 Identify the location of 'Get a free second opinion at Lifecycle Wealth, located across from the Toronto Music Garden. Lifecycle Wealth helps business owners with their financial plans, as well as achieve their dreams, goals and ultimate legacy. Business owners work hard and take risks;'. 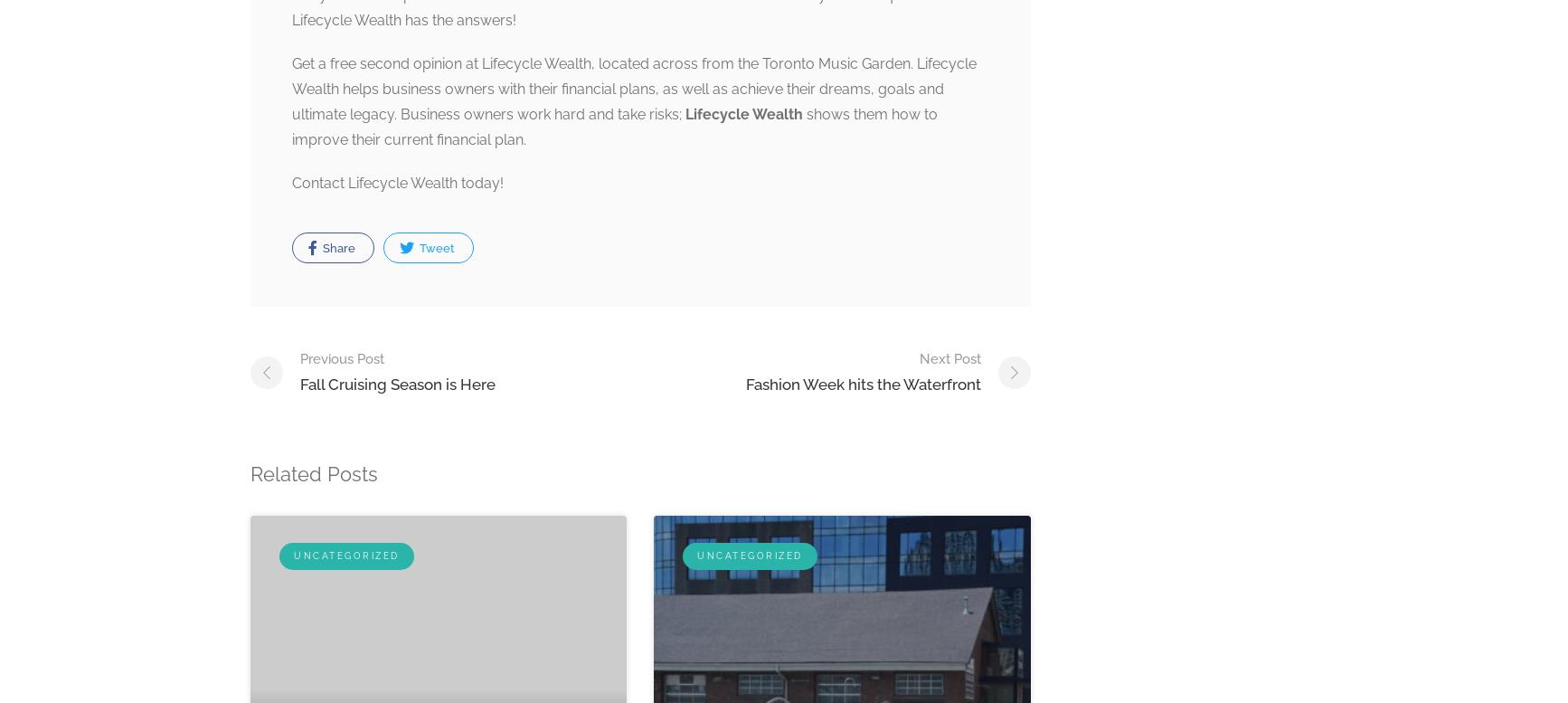
(633, 88).